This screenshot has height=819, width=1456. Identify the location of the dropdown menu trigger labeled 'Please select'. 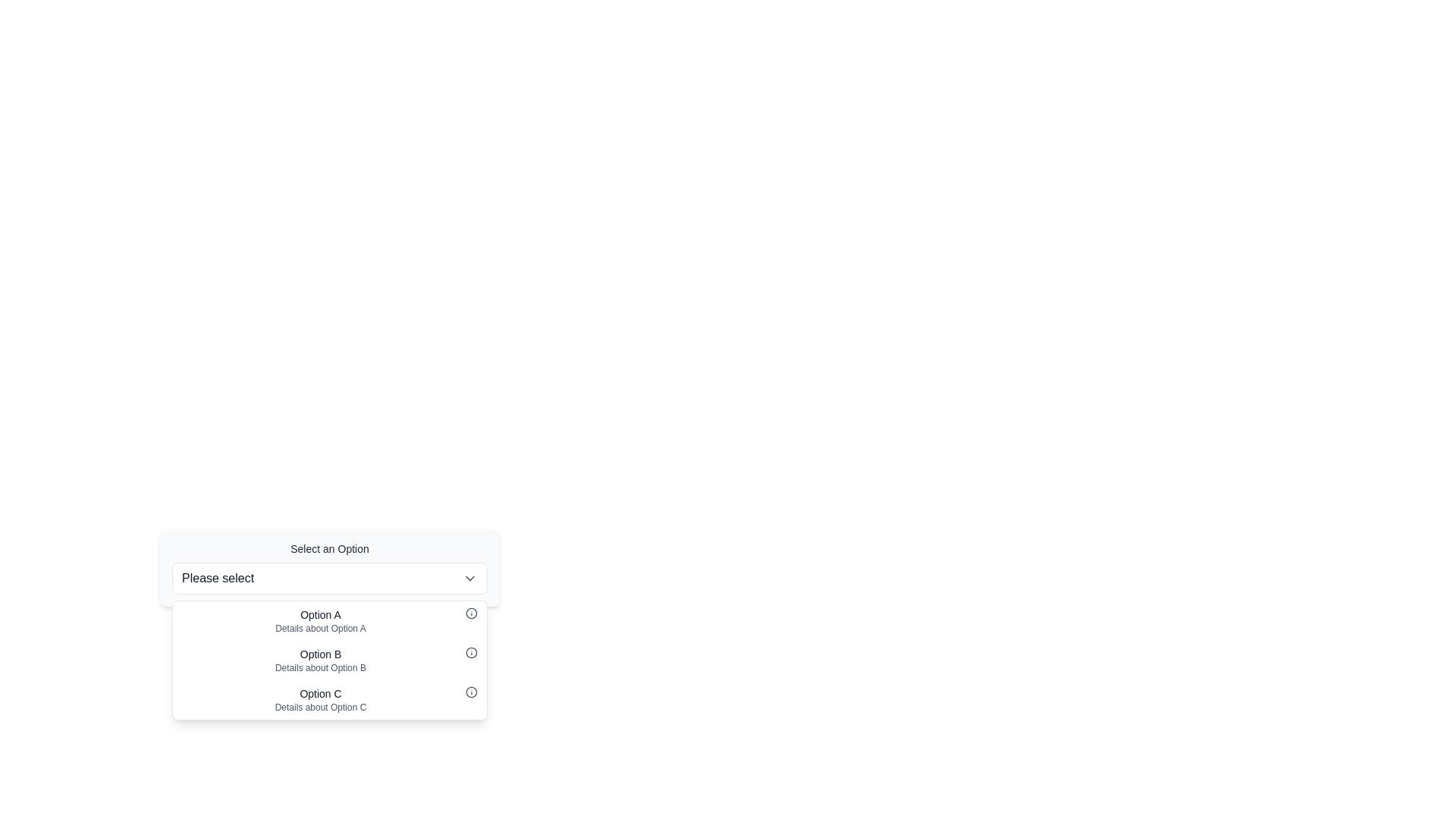
(329, 579).